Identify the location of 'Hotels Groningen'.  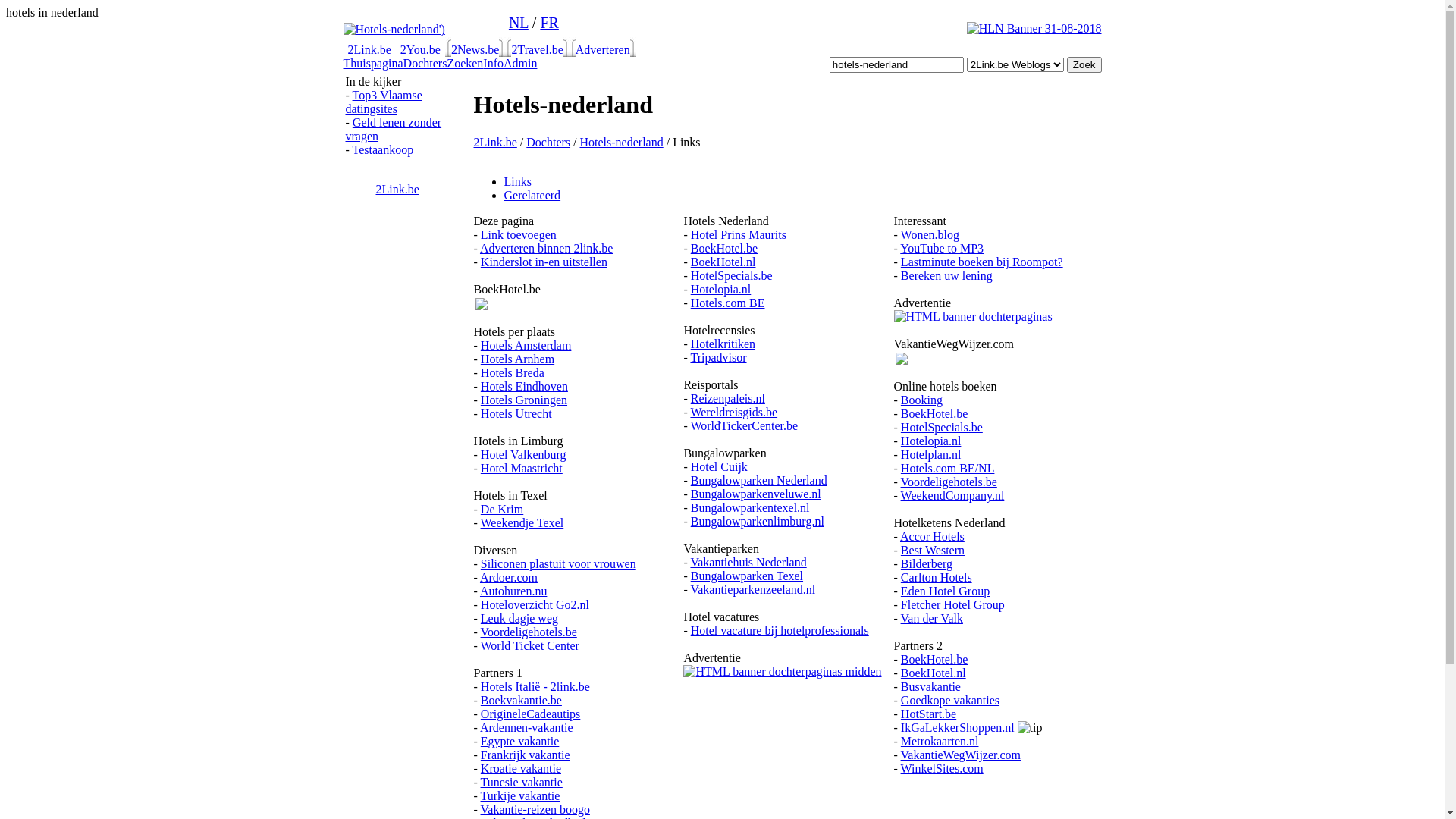
(479, 399).